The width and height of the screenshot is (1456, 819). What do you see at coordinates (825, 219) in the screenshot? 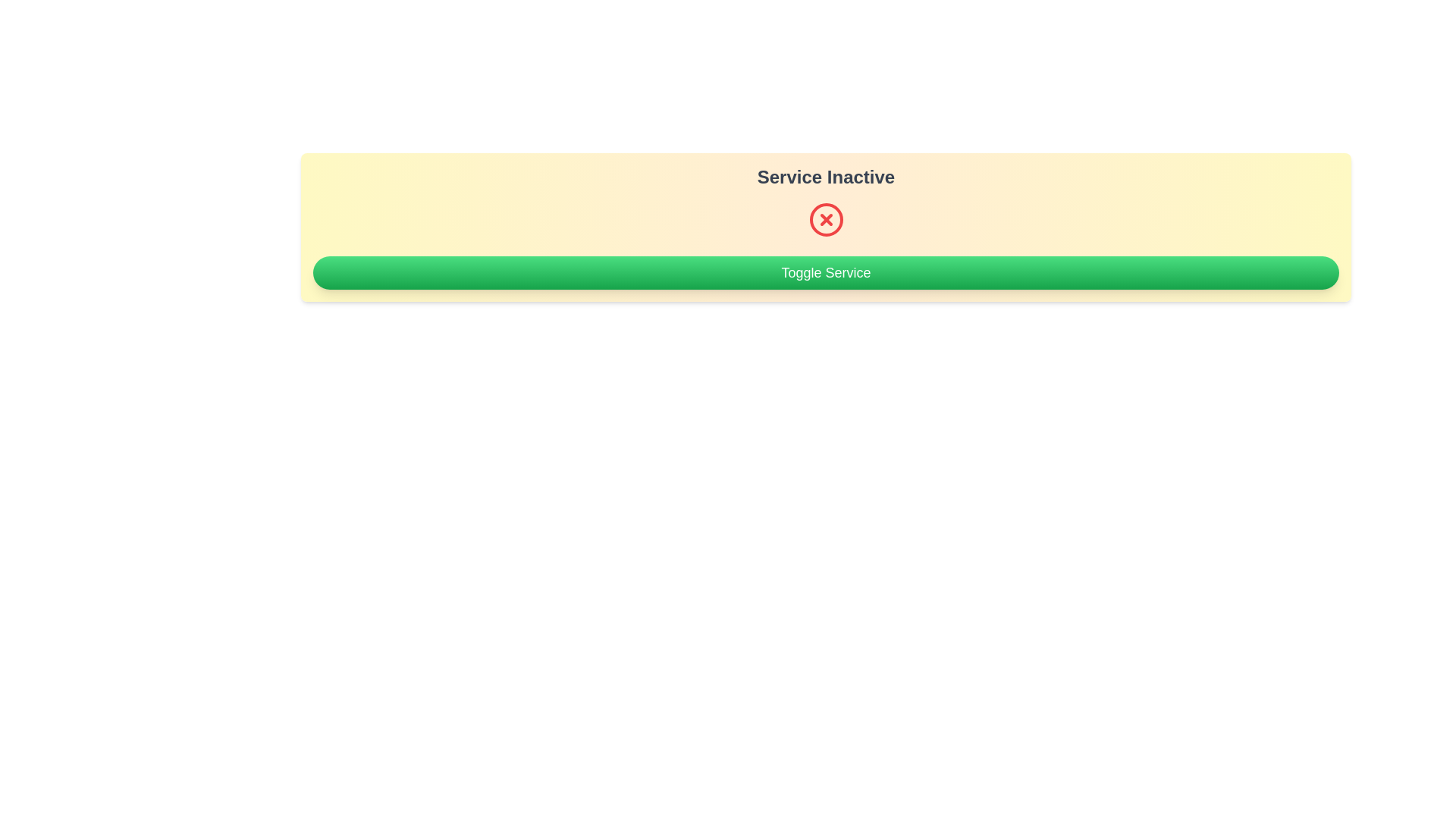
I see `the circular icon with a red border and a red cross, which indicates a negative or dismissal action, located between the 'Service Inactive' label and the 'Toggle Service' button` at bounding box center [825, 219].